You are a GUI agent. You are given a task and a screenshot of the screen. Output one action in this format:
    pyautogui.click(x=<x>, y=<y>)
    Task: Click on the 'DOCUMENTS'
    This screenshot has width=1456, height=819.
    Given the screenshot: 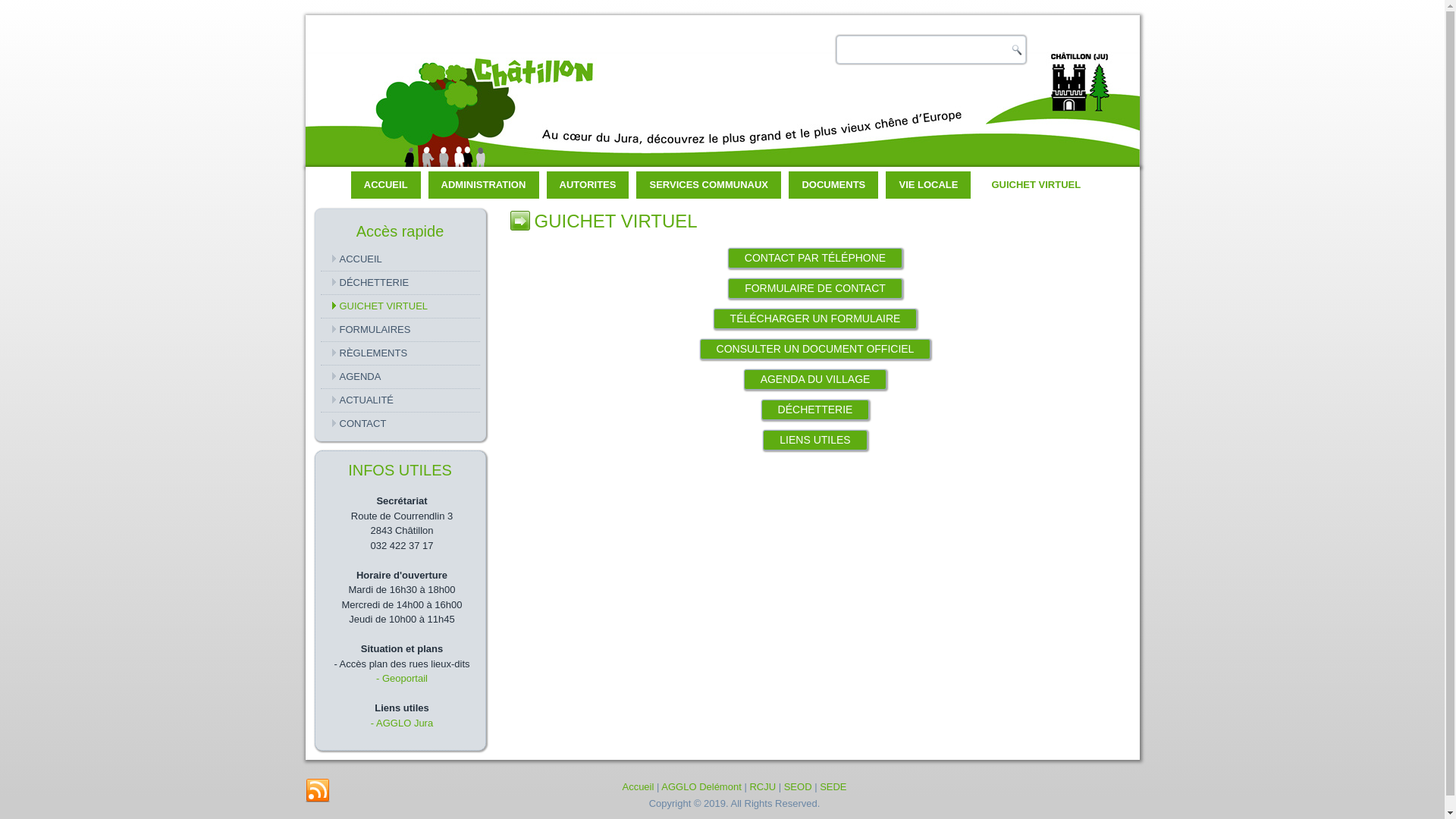 What is the action you would take?
    pyautogui.click(x=789, y=184)
    